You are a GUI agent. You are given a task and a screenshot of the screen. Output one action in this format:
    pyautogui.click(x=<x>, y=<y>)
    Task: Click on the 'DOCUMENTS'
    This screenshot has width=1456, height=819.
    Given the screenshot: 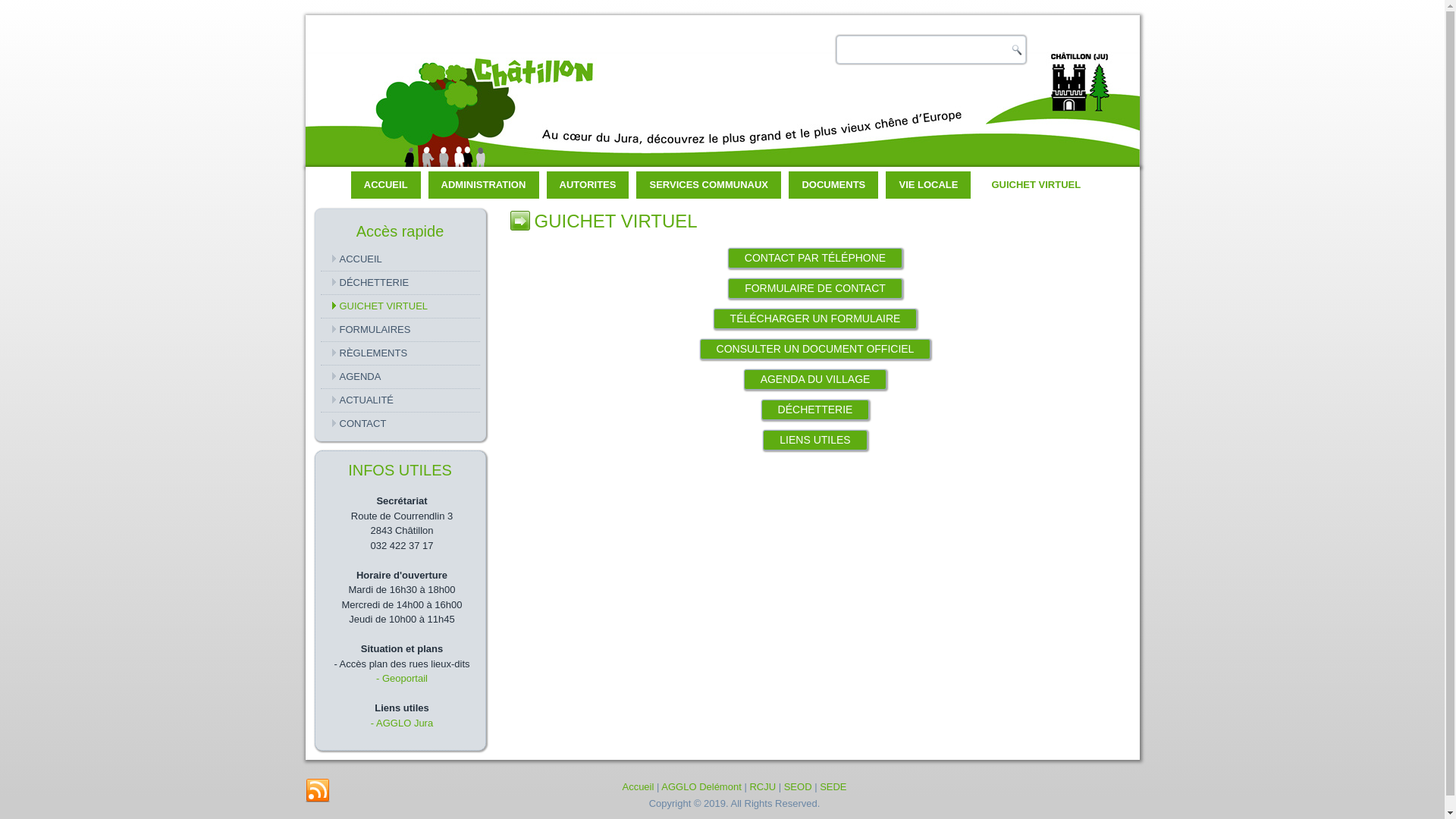 What is the action you would take?
    pyautogui.click(x=789, y=184)
    